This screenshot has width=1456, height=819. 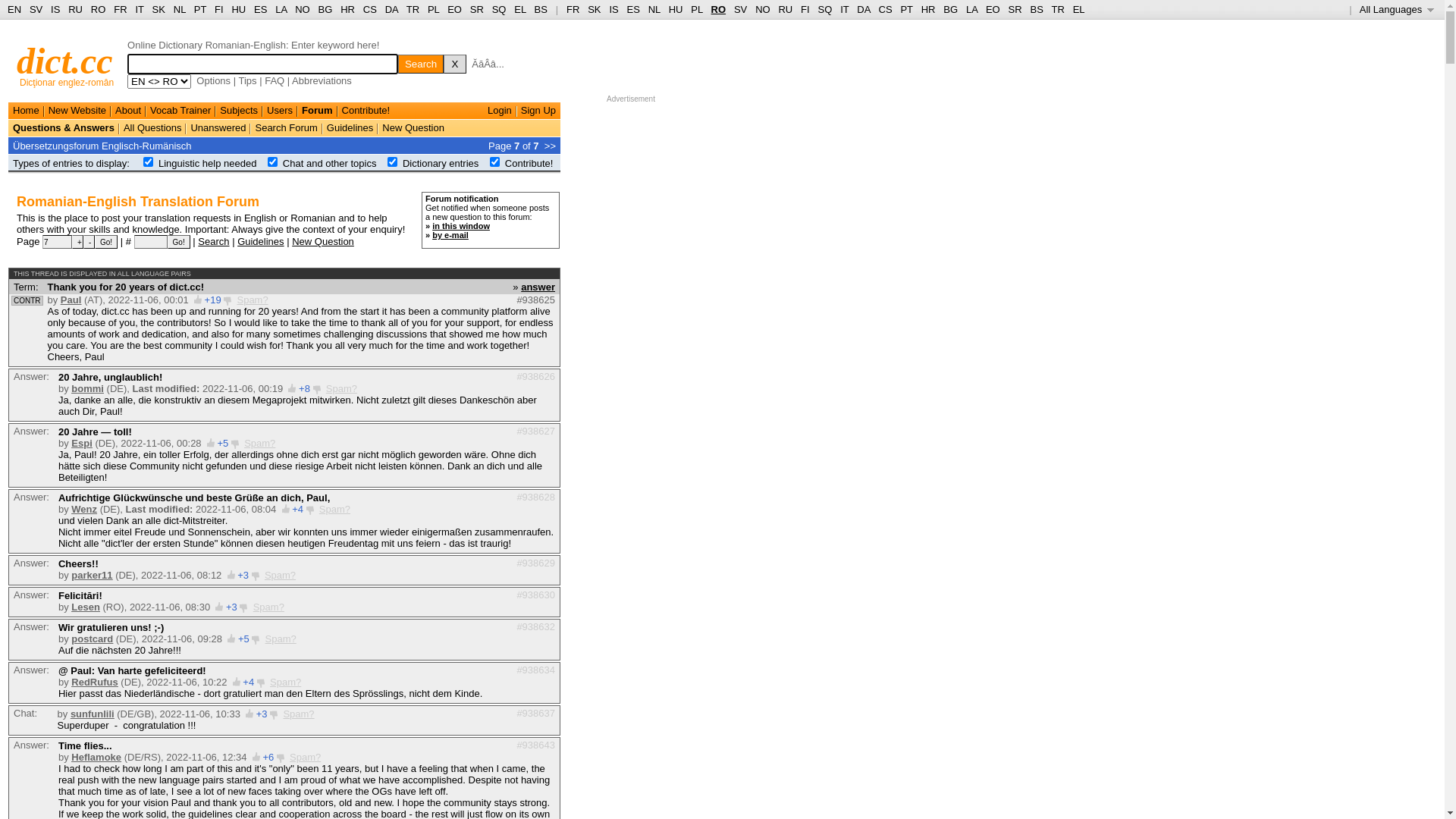 What do you see at coordinates (633, 9) in the screenshot?
I see `'ES'` at bounding box center [633, 9].